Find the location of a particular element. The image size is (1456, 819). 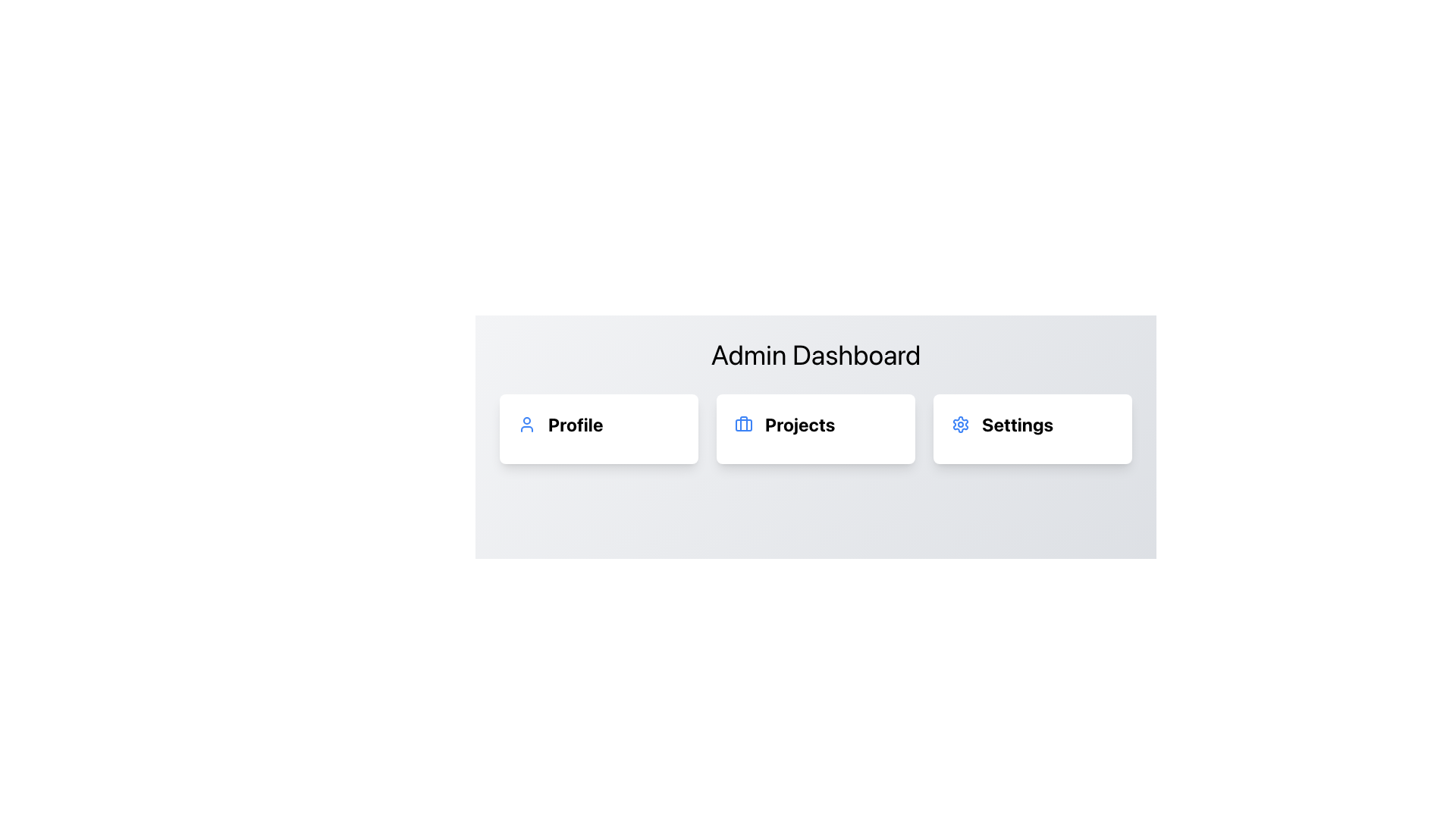

the bold 'Settings' text label, which is styled in black and positioned near a gear icon is located at coordinates (1018, 424).